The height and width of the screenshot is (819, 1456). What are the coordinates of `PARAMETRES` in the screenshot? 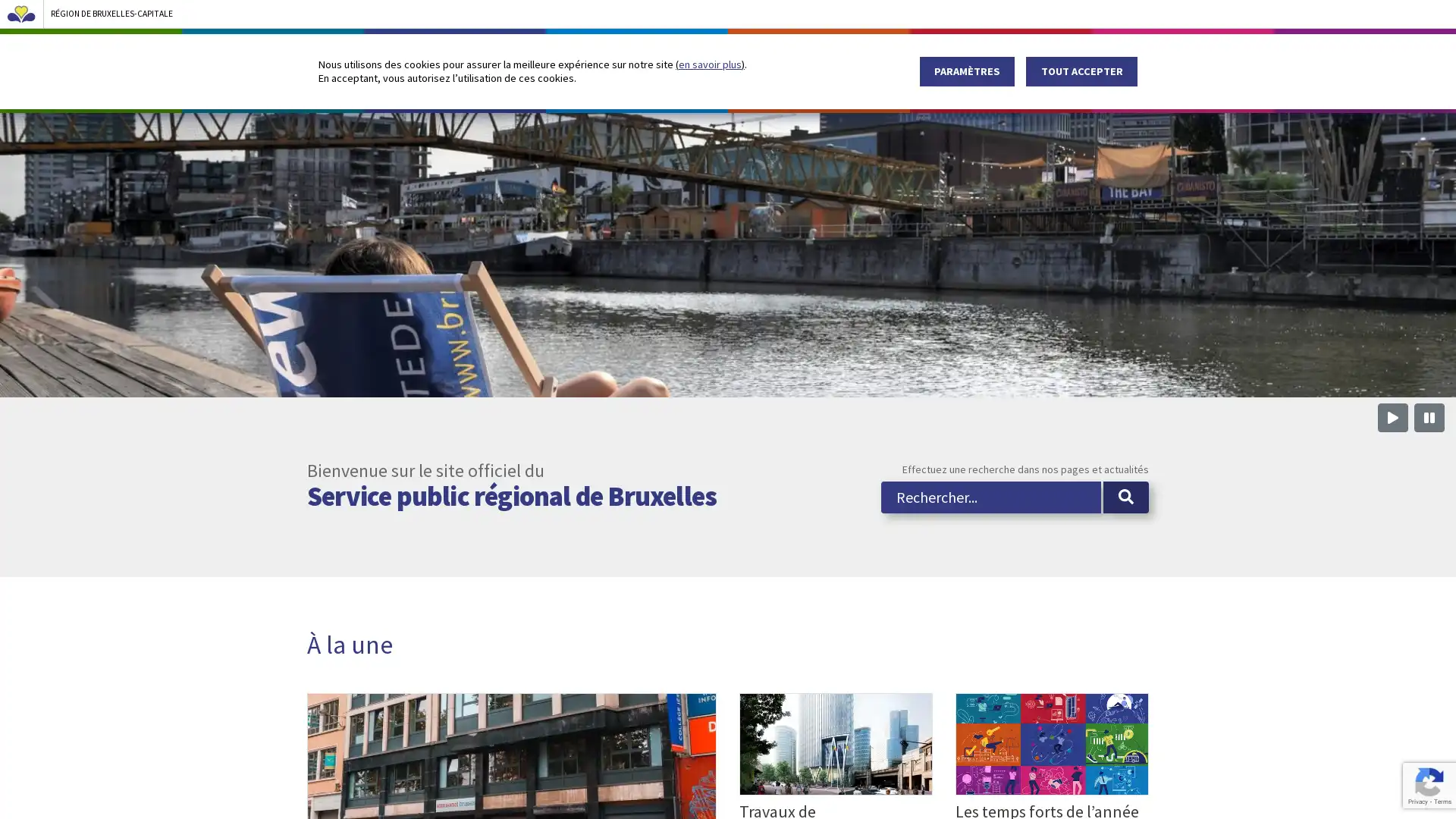 It's located at (966, 71).